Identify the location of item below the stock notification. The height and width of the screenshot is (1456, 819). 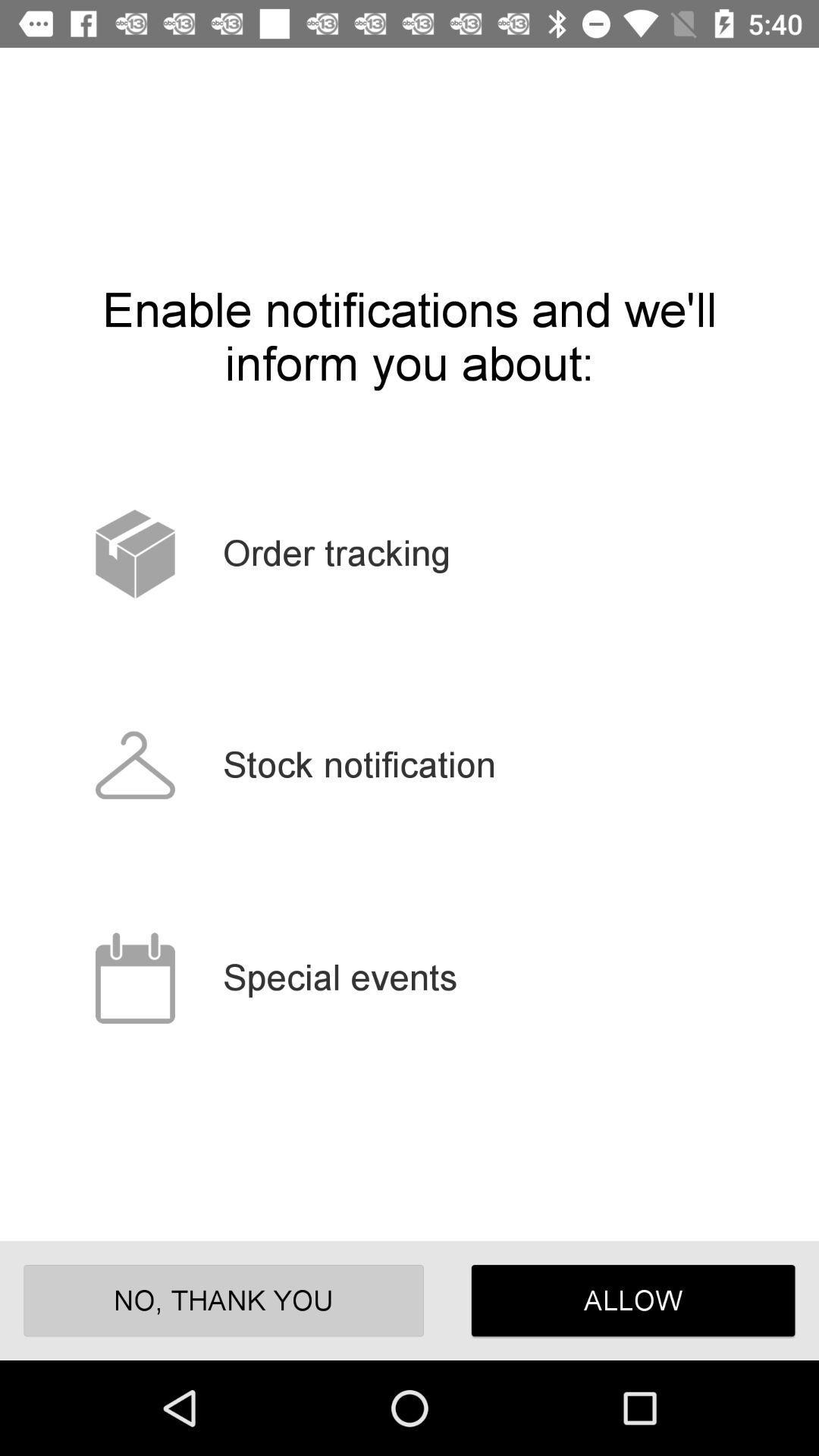
(633, 1300).